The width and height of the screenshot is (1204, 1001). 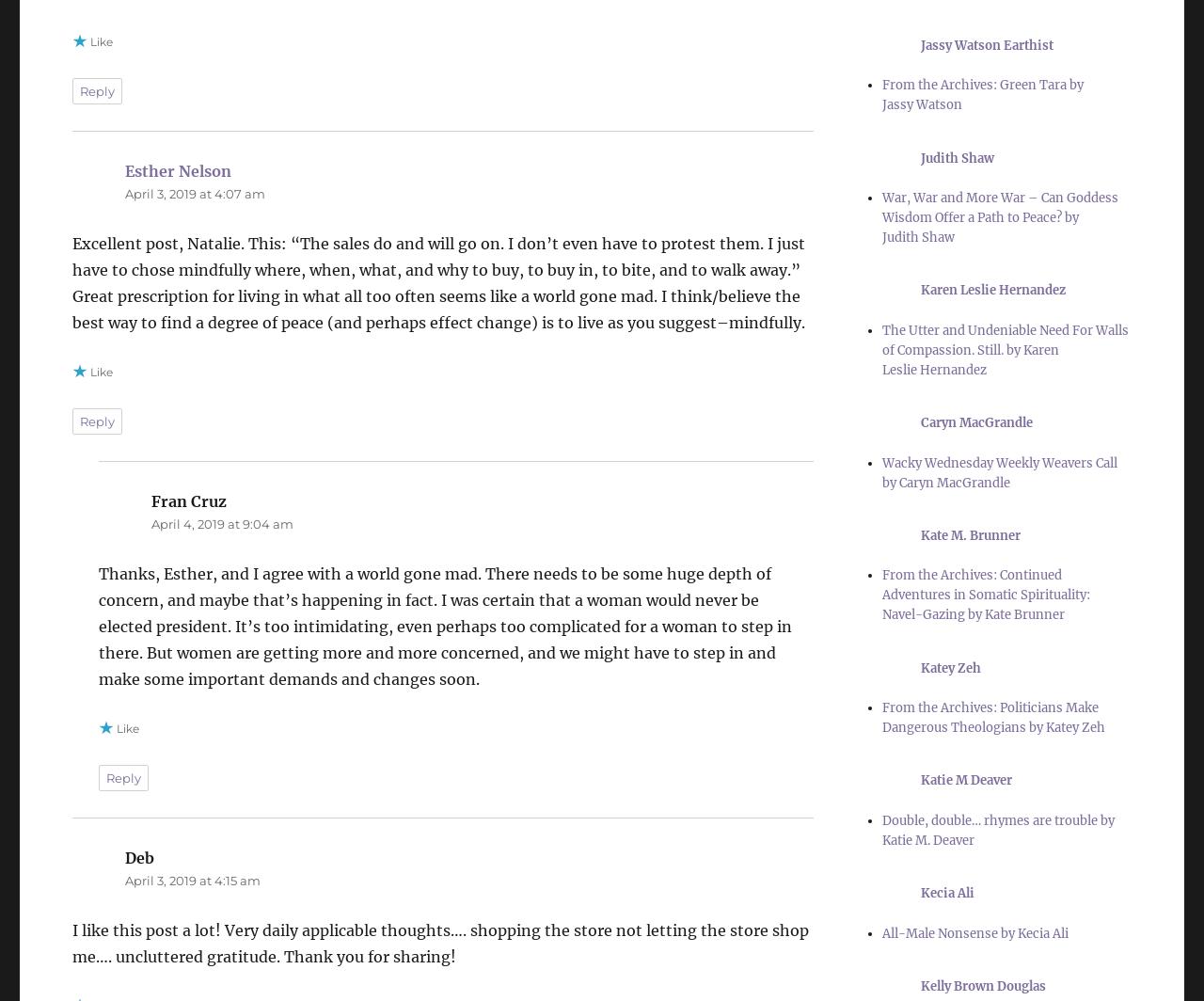 I want to click on 'Wacky Wednesday Weekly Weavers Call by Caryn MacGrandle', so click(x=998, y=471).